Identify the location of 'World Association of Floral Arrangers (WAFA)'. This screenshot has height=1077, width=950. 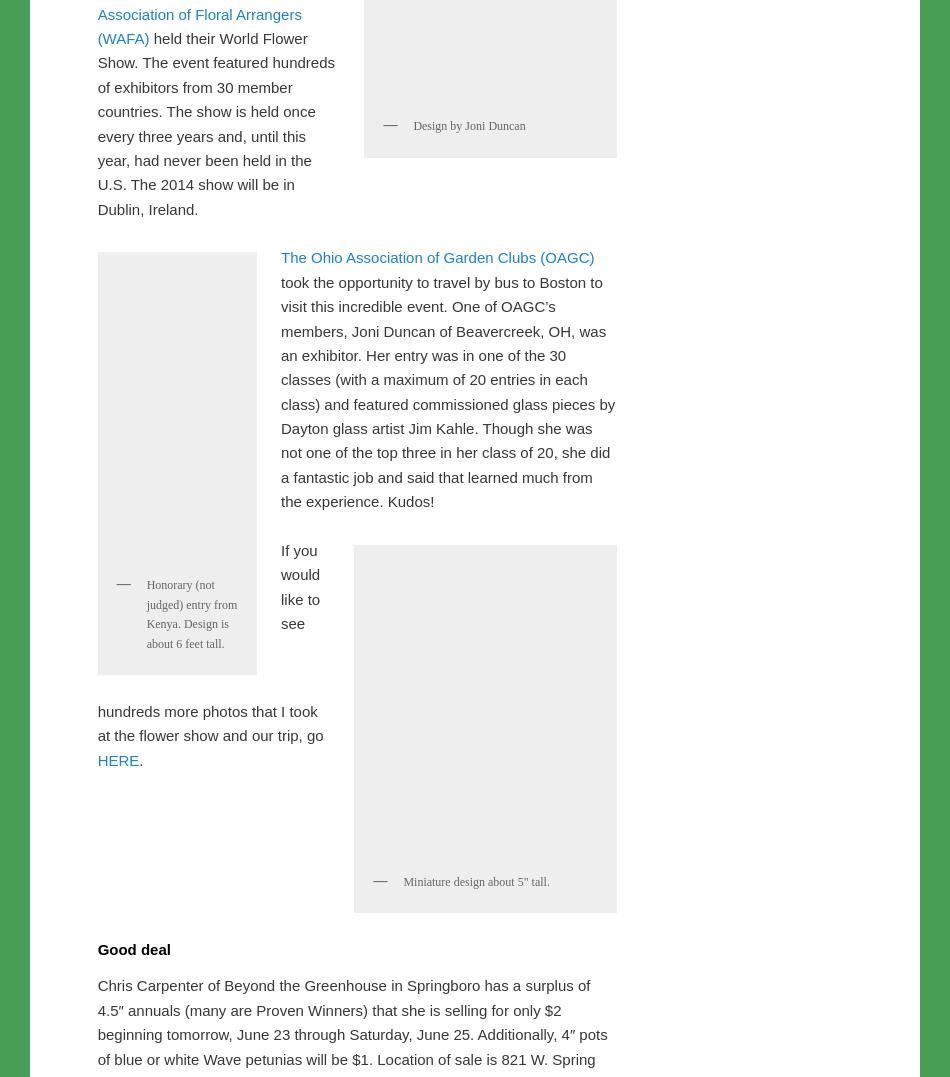
(96, 431).